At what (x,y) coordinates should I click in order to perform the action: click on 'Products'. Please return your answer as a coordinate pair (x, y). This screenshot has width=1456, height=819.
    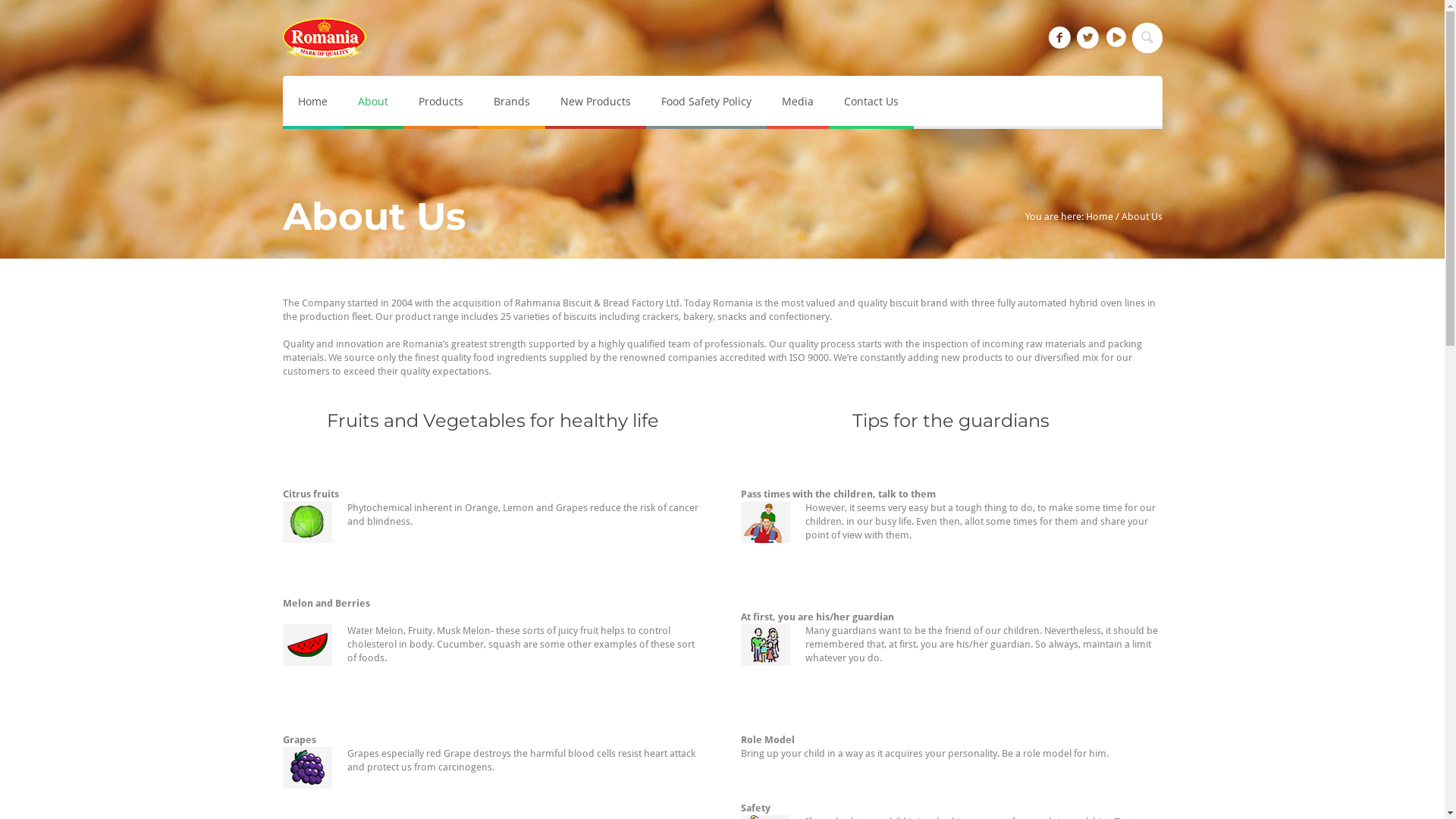
    Looking at the image, I should click on (440, 102).